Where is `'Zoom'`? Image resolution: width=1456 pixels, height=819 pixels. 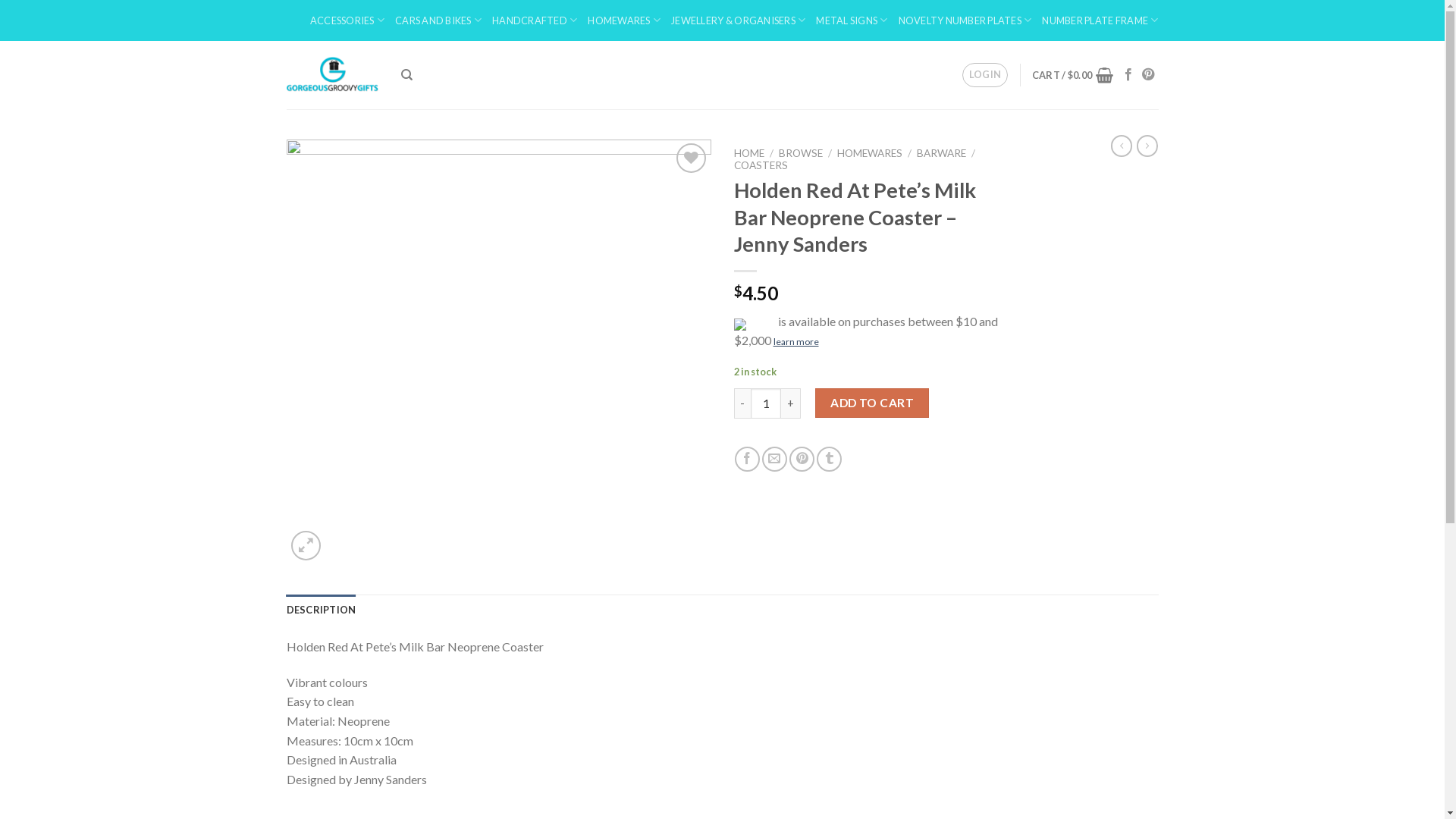 'Zoom' is located at coordinates (305, 544).